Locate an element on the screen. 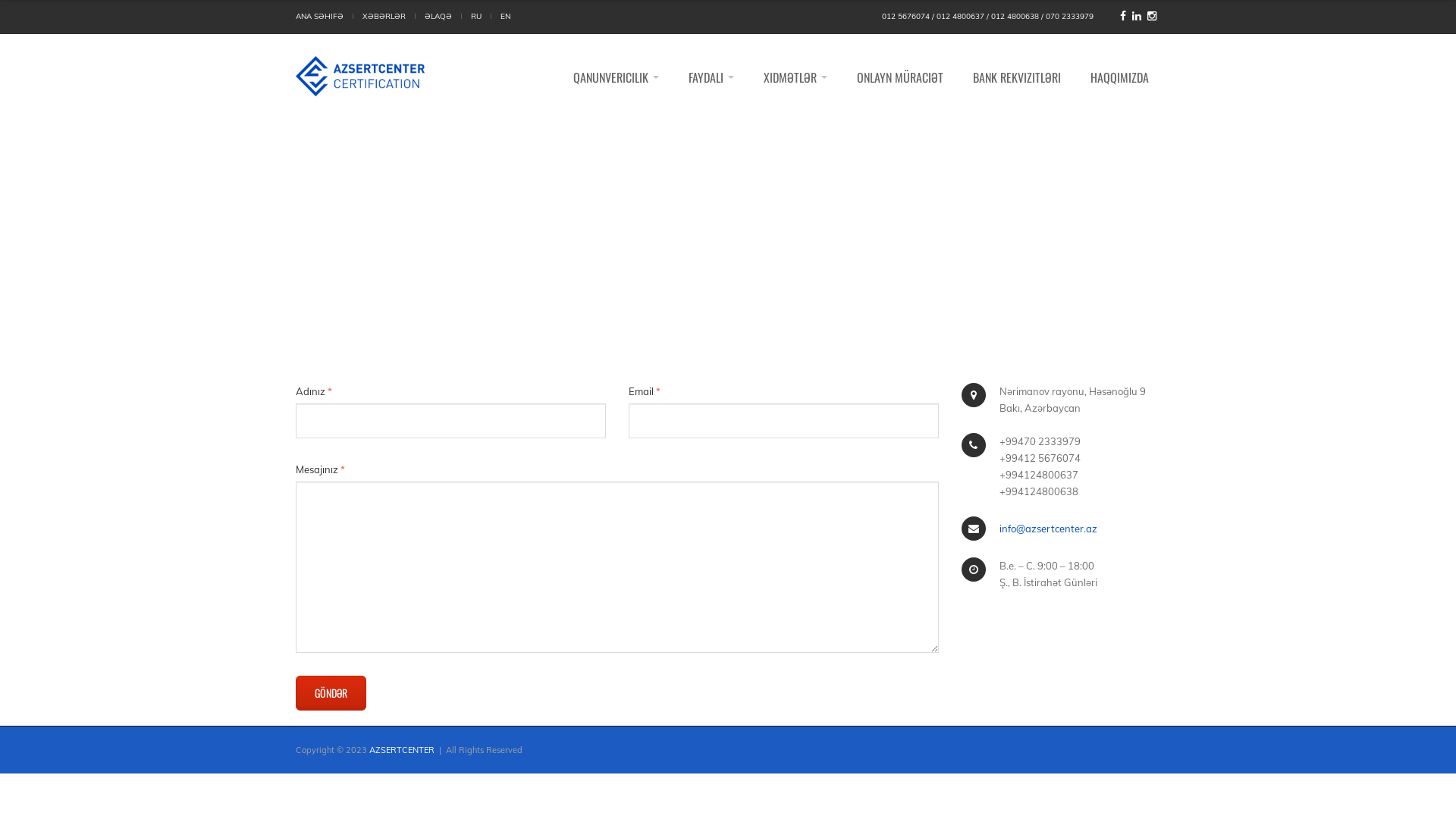 The image size is (1456, 819). 'HAQQIMIZDA' is located at coordinates (1119, 77).